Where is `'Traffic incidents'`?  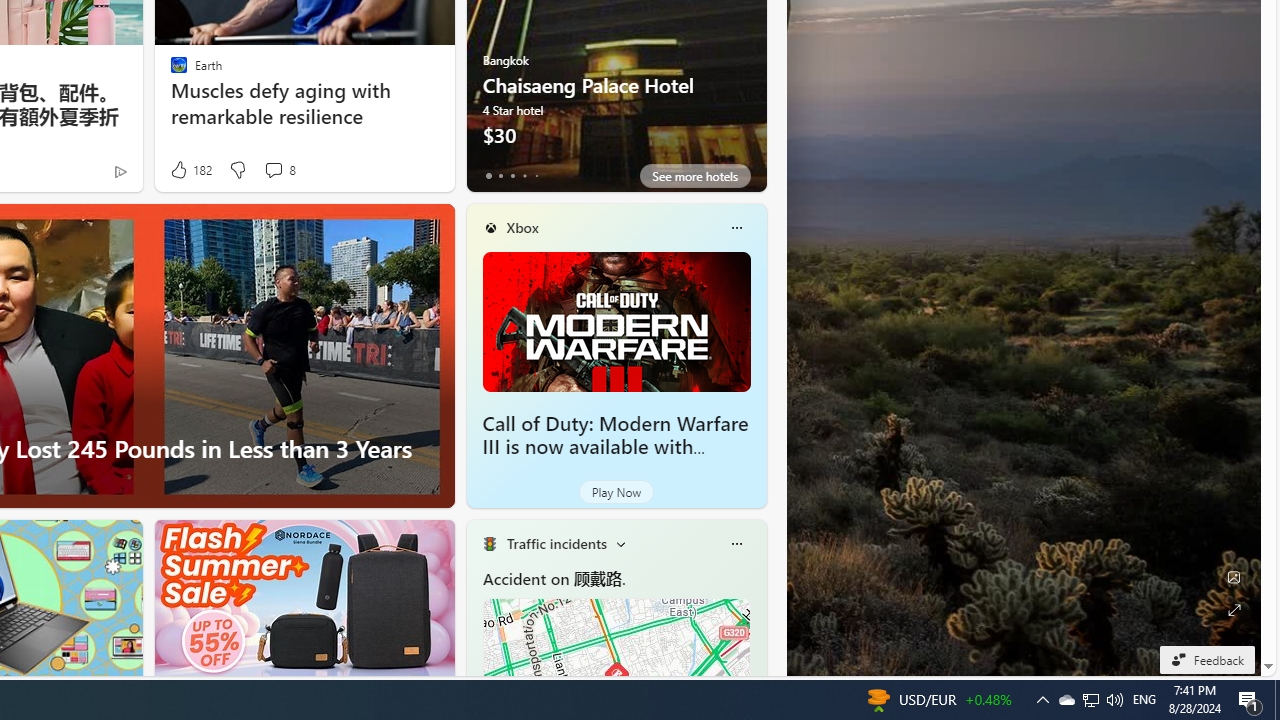
'Traffic incidents' is located at coordinates (556, 543).